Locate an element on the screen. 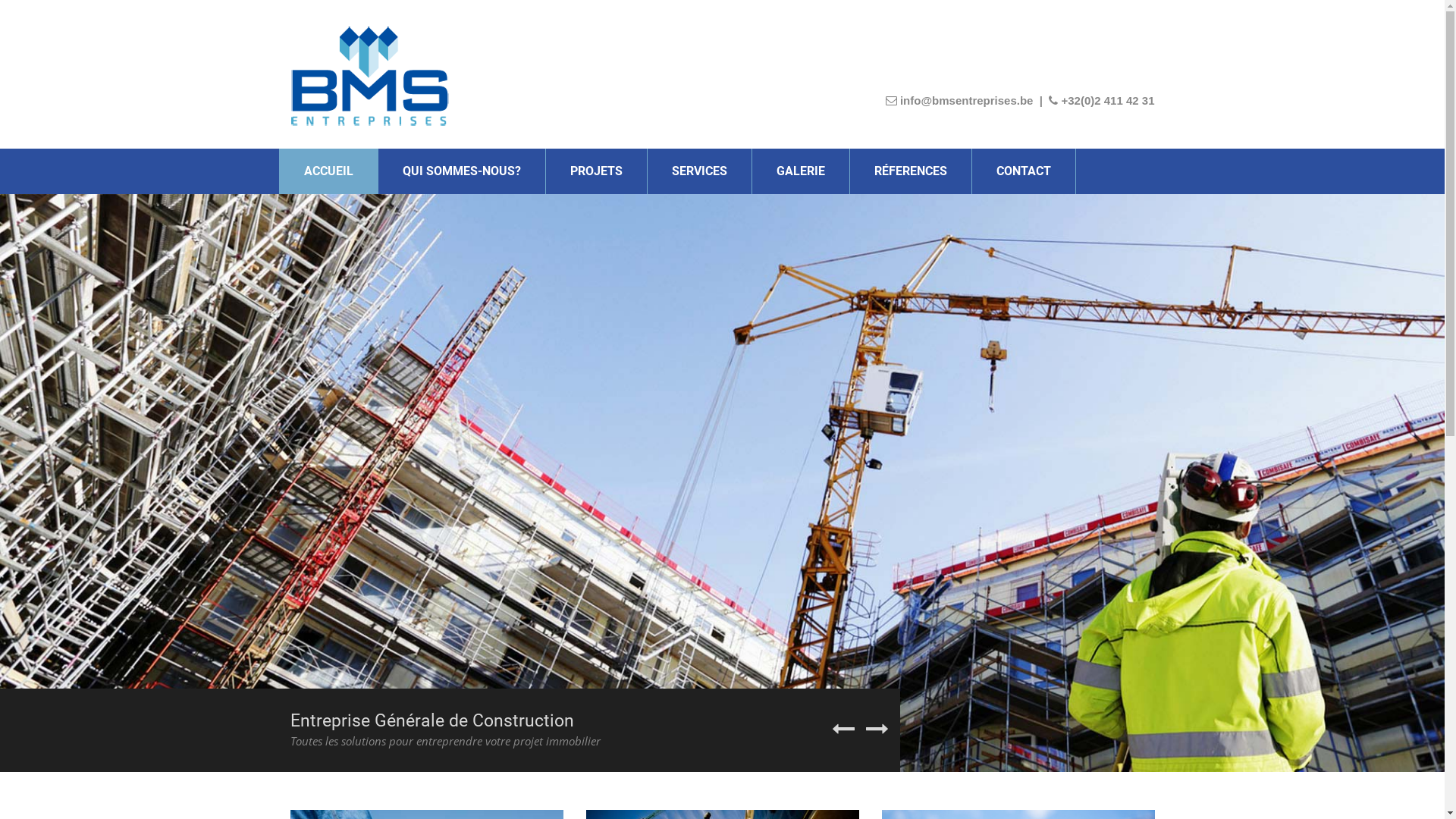 The height and width of the screenshot is (819, 1456). 'CONTACT' is located at coordinates (1023, 171).